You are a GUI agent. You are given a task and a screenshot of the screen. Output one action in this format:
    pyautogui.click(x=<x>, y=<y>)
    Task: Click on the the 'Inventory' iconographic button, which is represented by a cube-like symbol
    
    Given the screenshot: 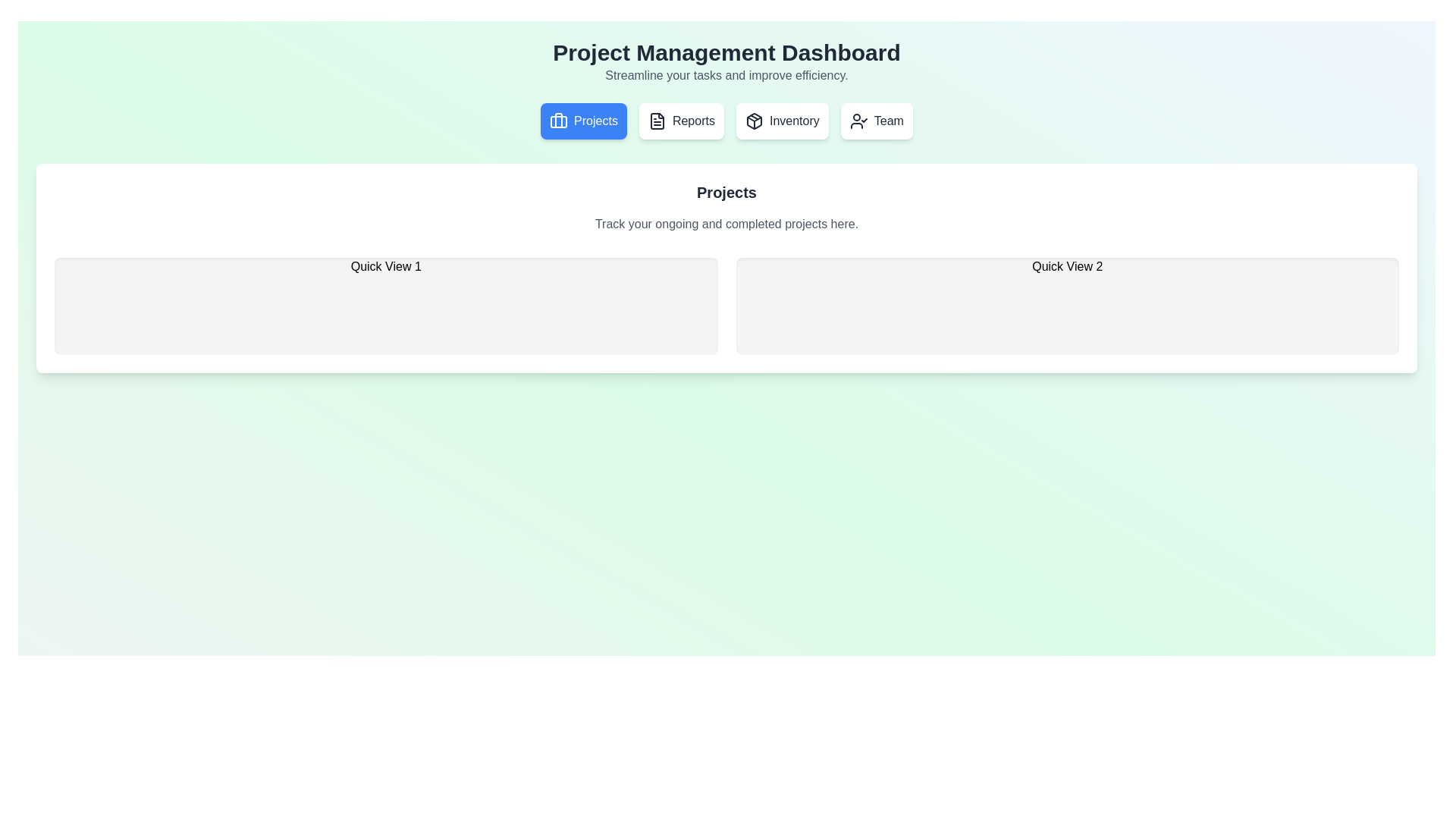 What is the action you would take?
    pyautogui.click(x=754, y=120)
    